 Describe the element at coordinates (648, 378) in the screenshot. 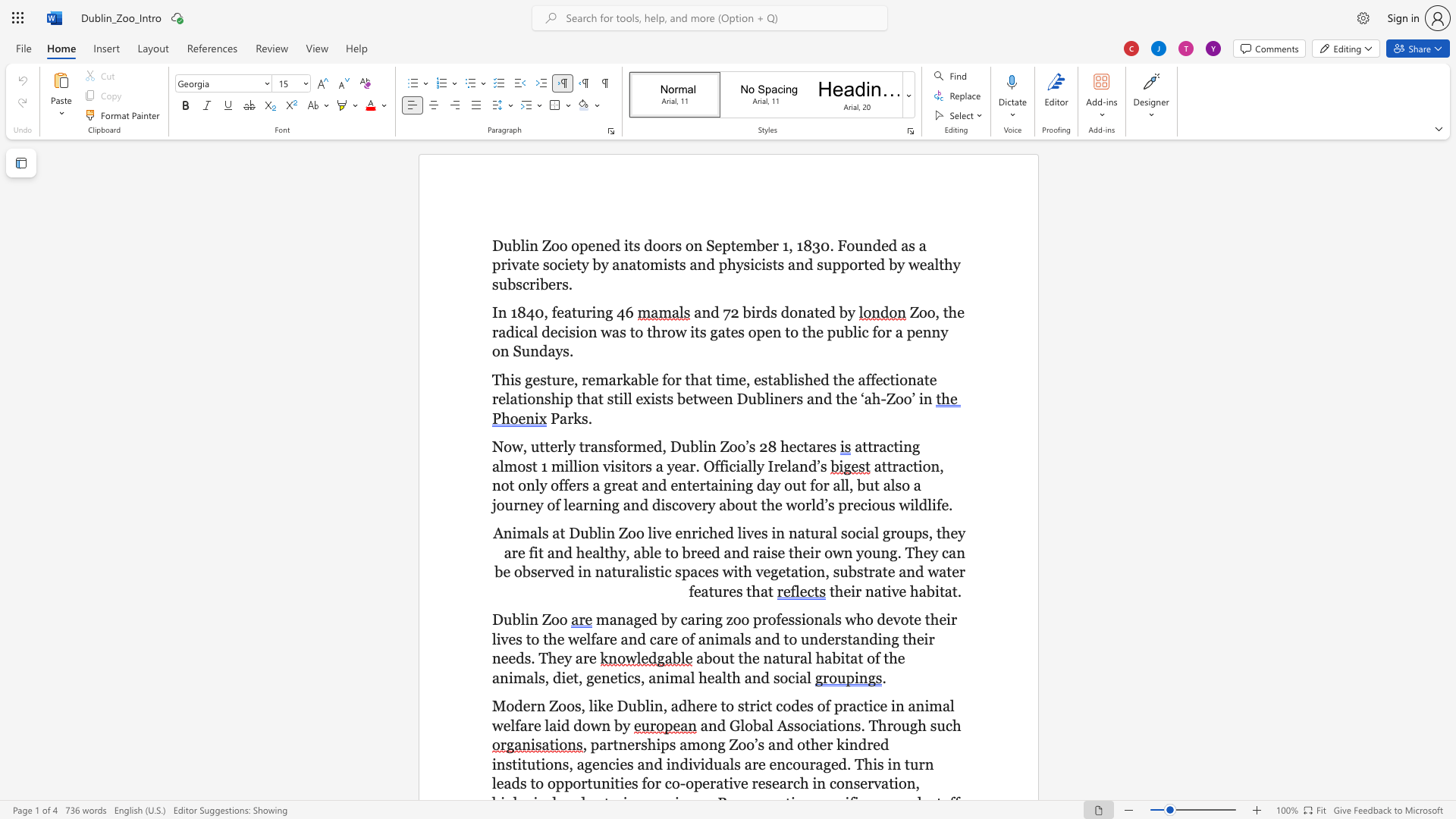

I see `the 1th character "l" in the text` at that location.